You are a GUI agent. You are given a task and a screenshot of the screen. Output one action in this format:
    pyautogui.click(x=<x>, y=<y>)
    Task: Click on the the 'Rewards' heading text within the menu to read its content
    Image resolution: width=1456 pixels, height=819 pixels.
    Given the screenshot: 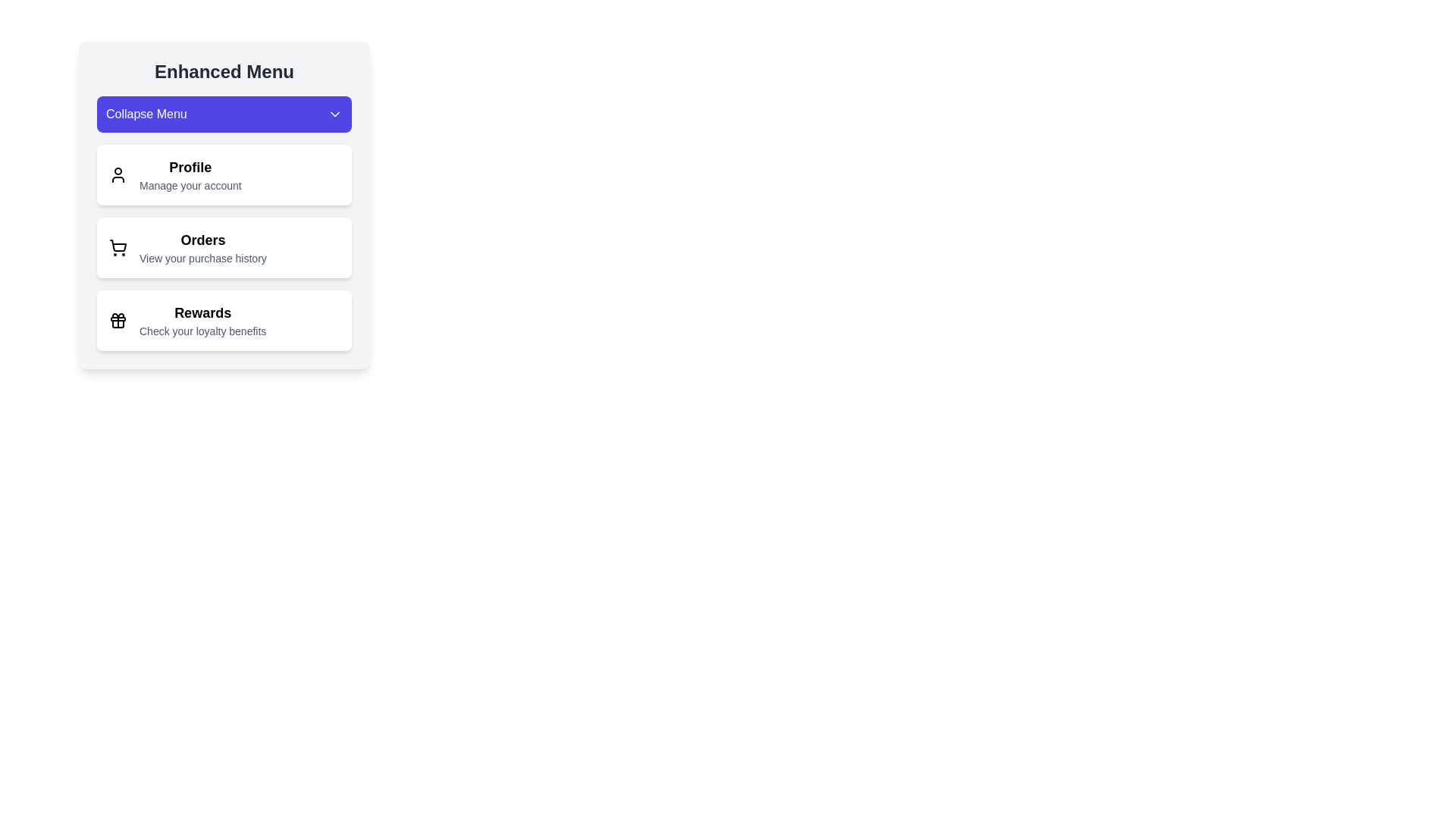 What is the action you would take?
    pyautogui.click(x=202, y=312)
    